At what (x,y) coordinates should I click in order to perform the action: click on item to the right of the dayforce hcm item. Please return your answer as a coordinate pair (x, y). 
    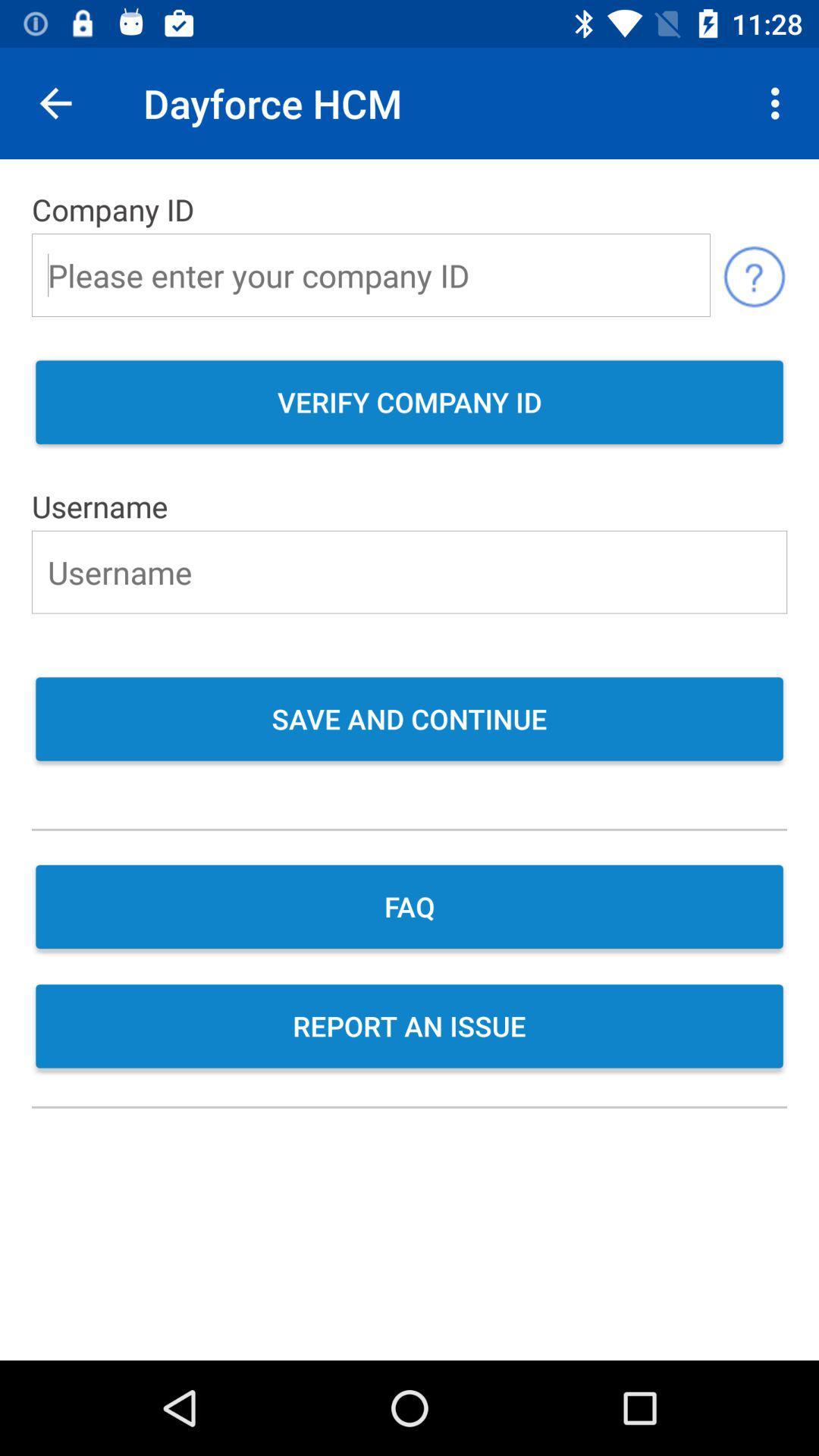
    Looking at the image, I should click on (779, 102).